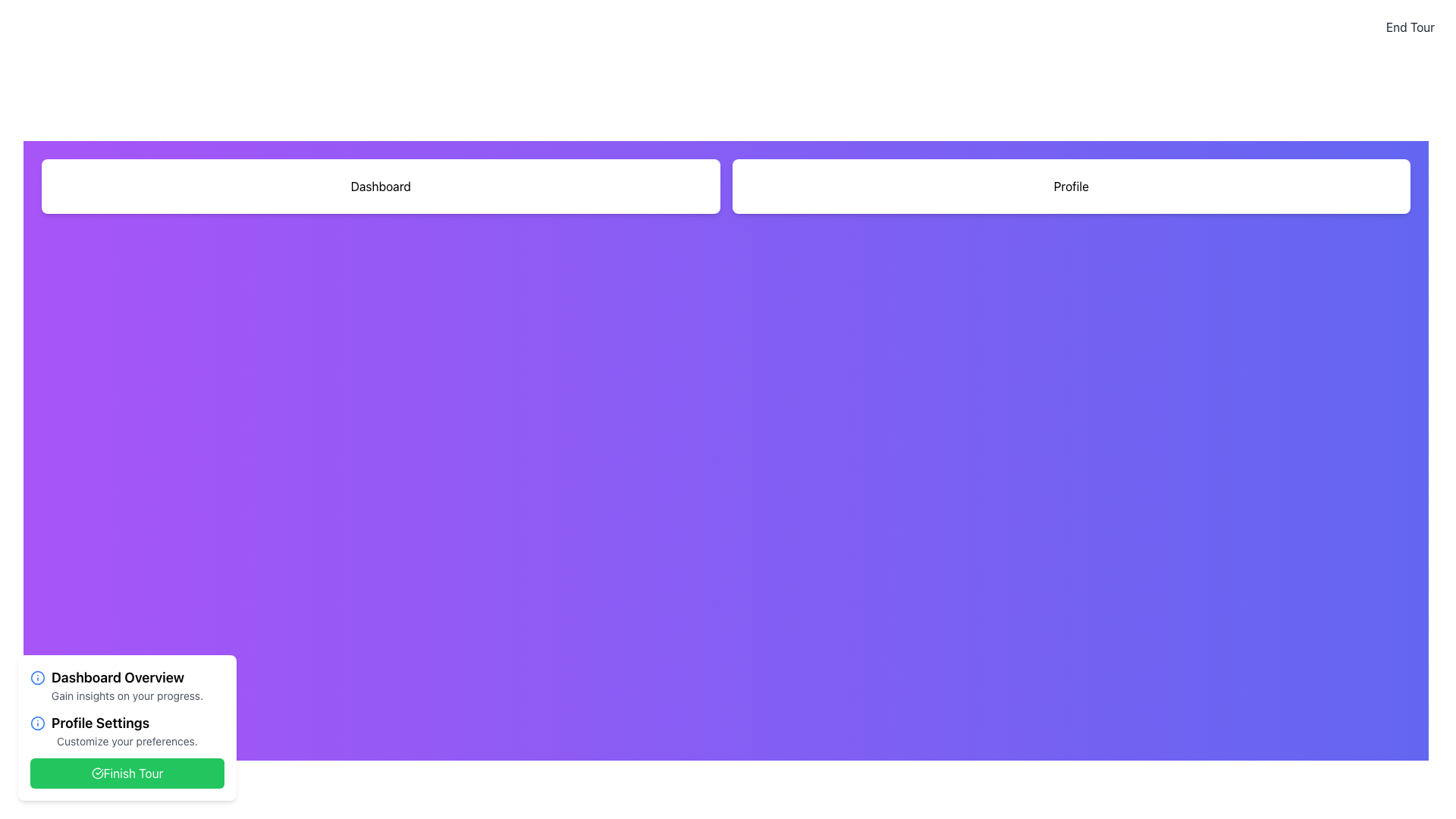 Image resolution: width=1456 pixels, height=819 pixels. What do you see at coordinates (96, 773) in the screenshot?
I see `the confirmation icon located at the left center of the 'Finish Tour' button, which indicates successful completion` at bounding box center [96, 773].